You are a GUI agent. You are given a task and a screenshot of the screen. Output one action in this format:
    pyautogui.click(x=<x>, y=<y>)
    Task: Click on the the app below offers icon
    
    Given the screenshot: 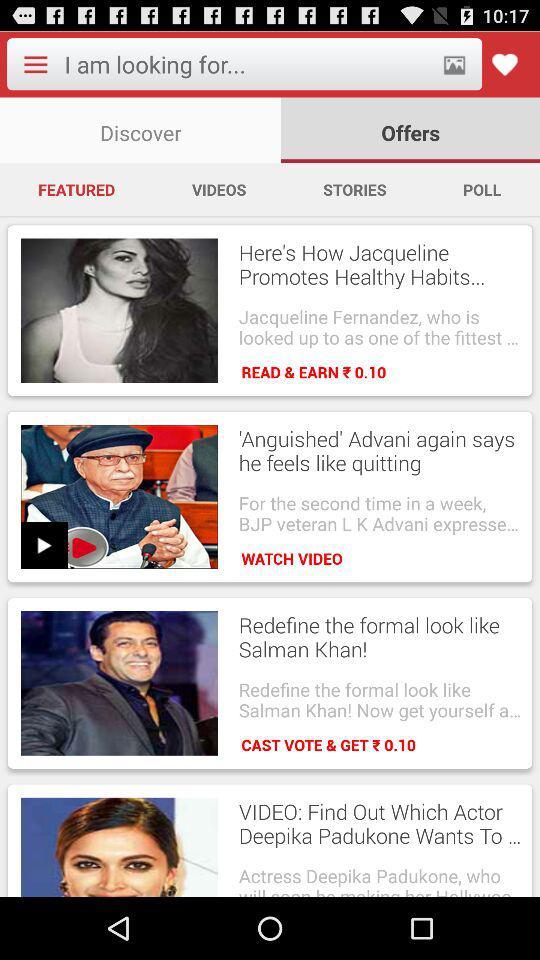 What is the action you would take?
    pyautogui.click(x=481, y=189)
    